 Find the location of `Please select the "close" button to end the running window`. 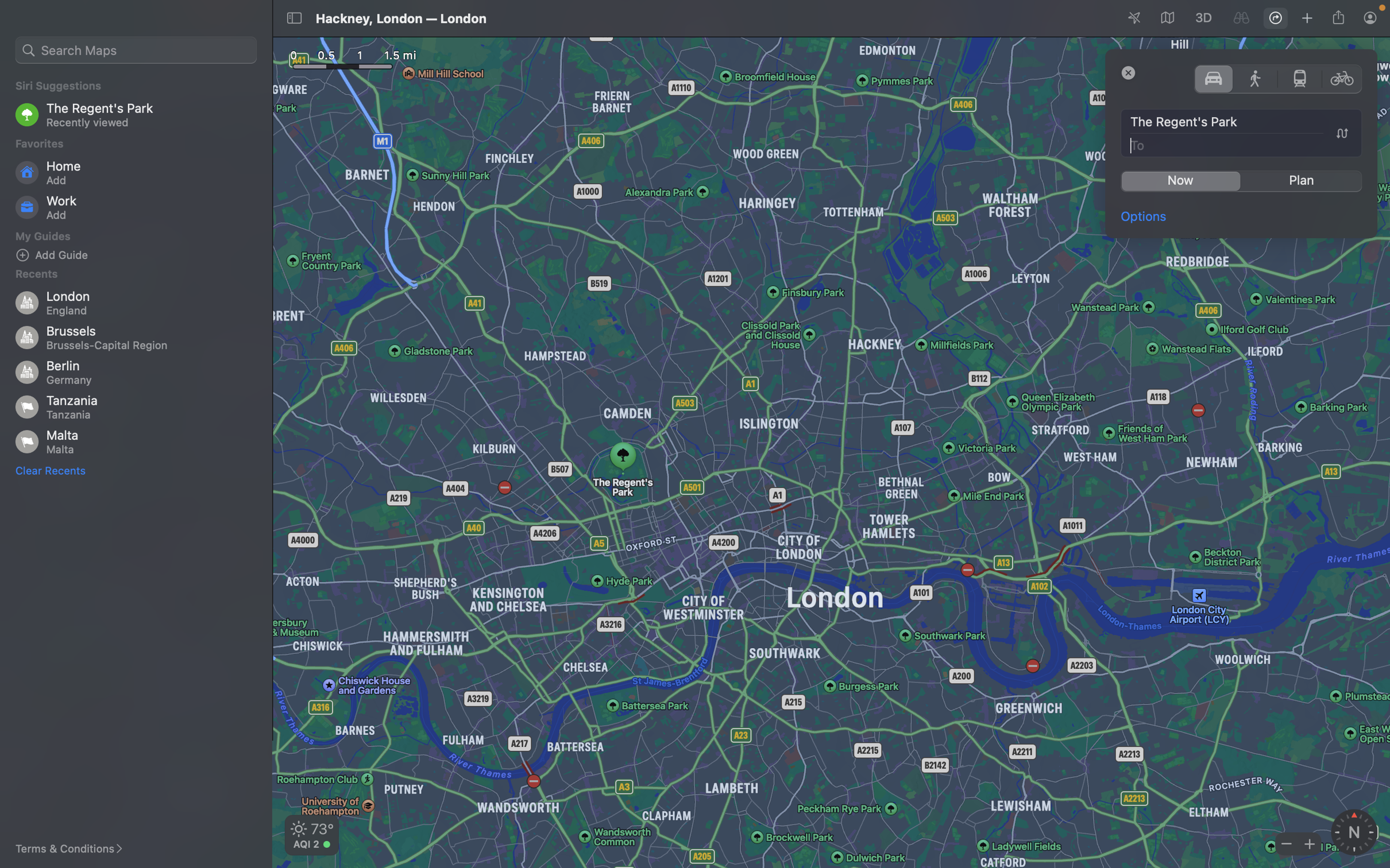

Please select the "close" button to end the running window is located at coordinates (1129, 72).